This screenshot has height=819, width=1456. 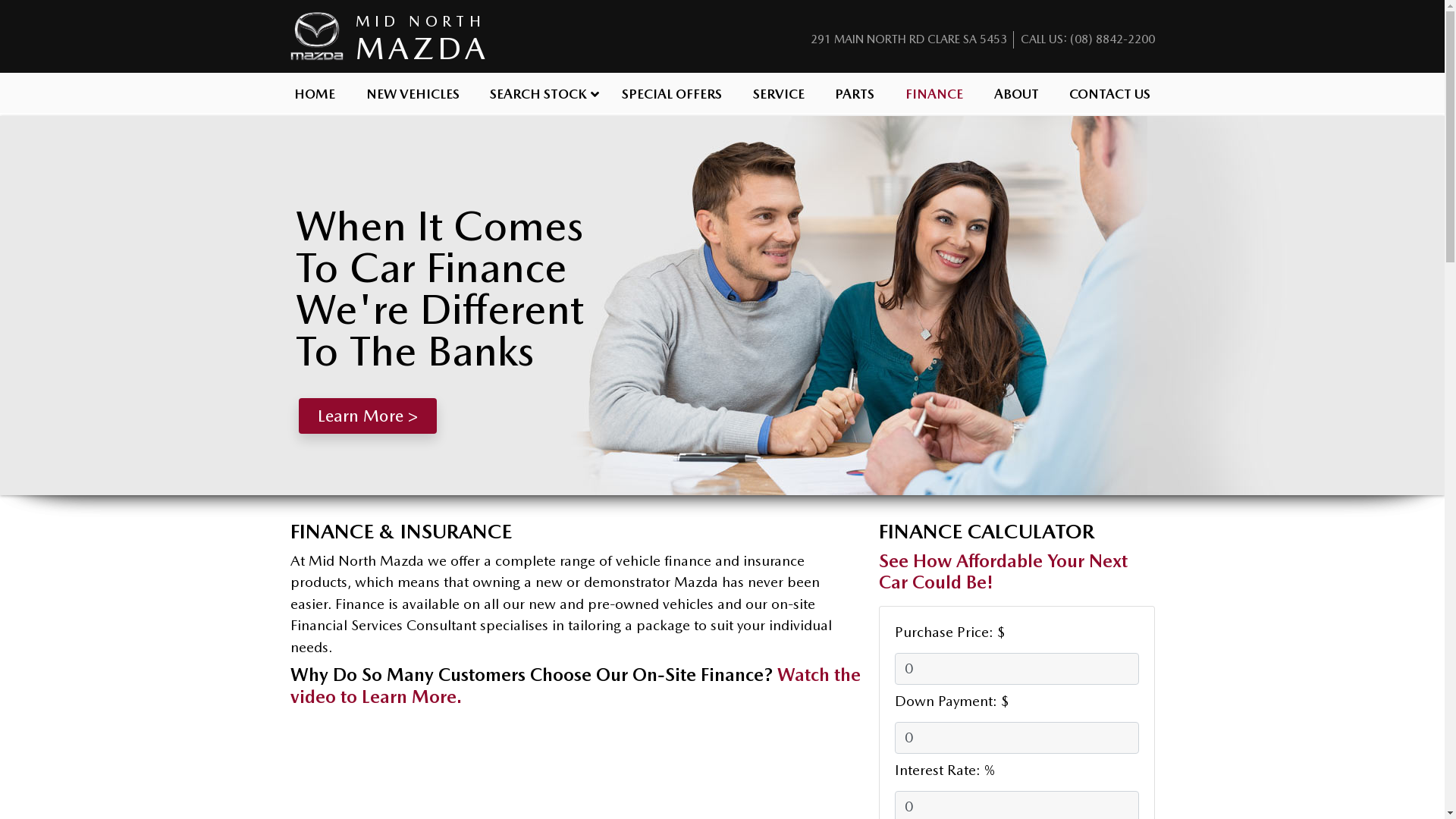 I want to click on 'PARTS', so click(x=818, y=93).